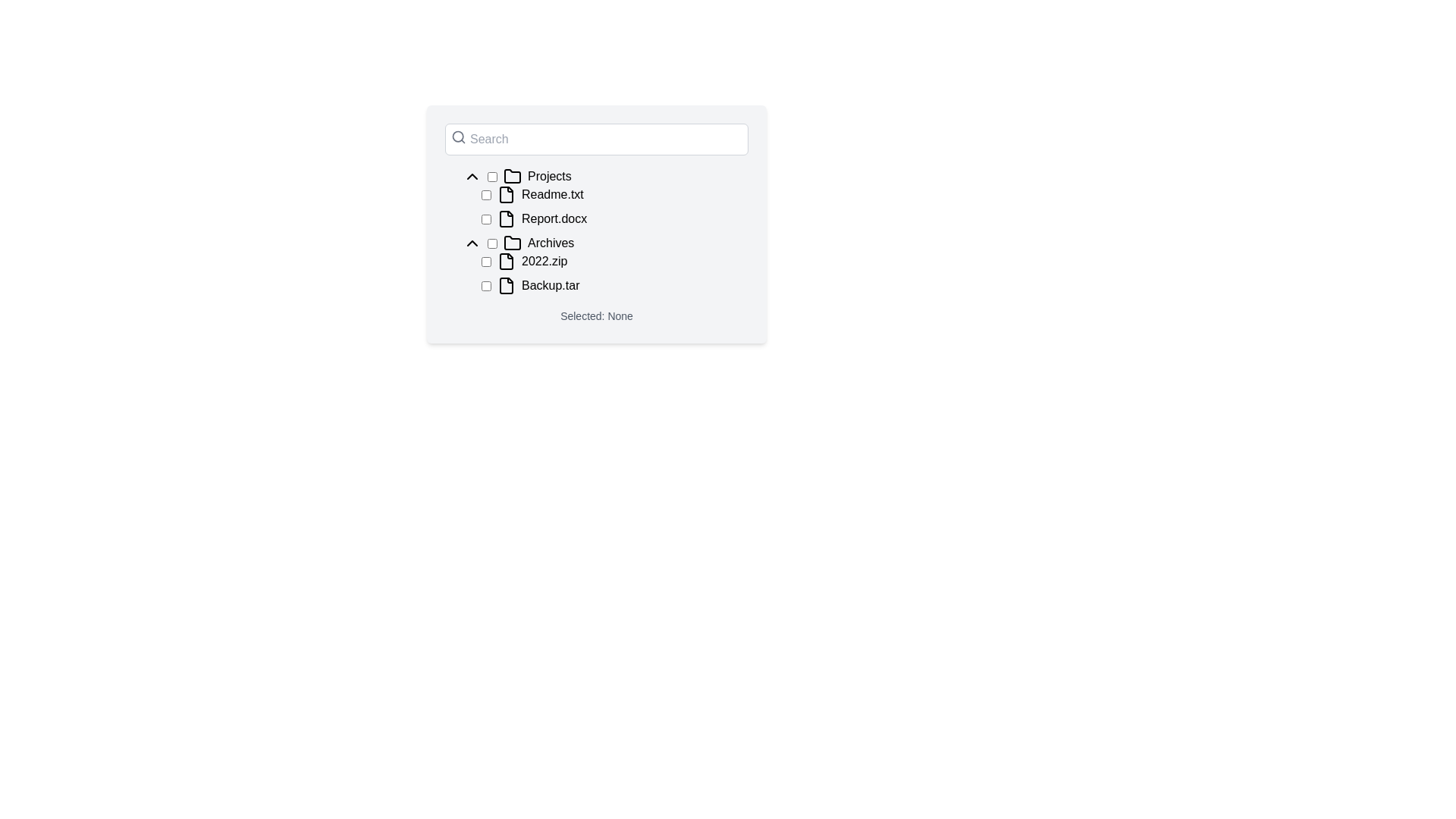 This screenshot has height=819, width=1456. Describe the element at coordinates (492, 242) in the screenshot. I see `the checkbox located to the left of the 'Archives' label` at that location.